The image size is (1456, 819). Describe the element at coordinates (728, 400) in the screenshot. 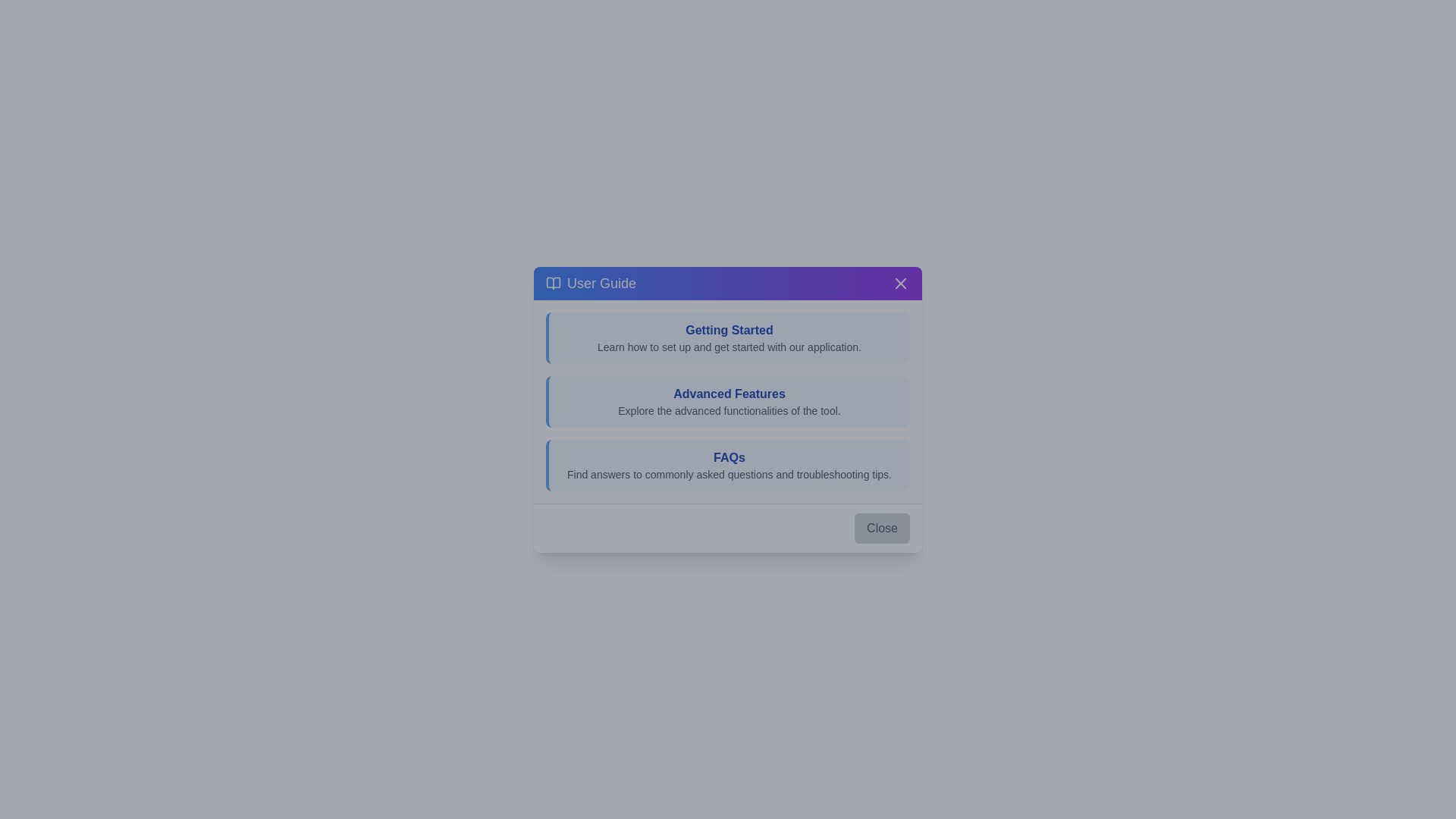

I see `the Informational section with heading and description located centrally within the 'User Guide' dialog box, which is the second option in the list between 'Getting Started' and 'FAQs'` at that location.